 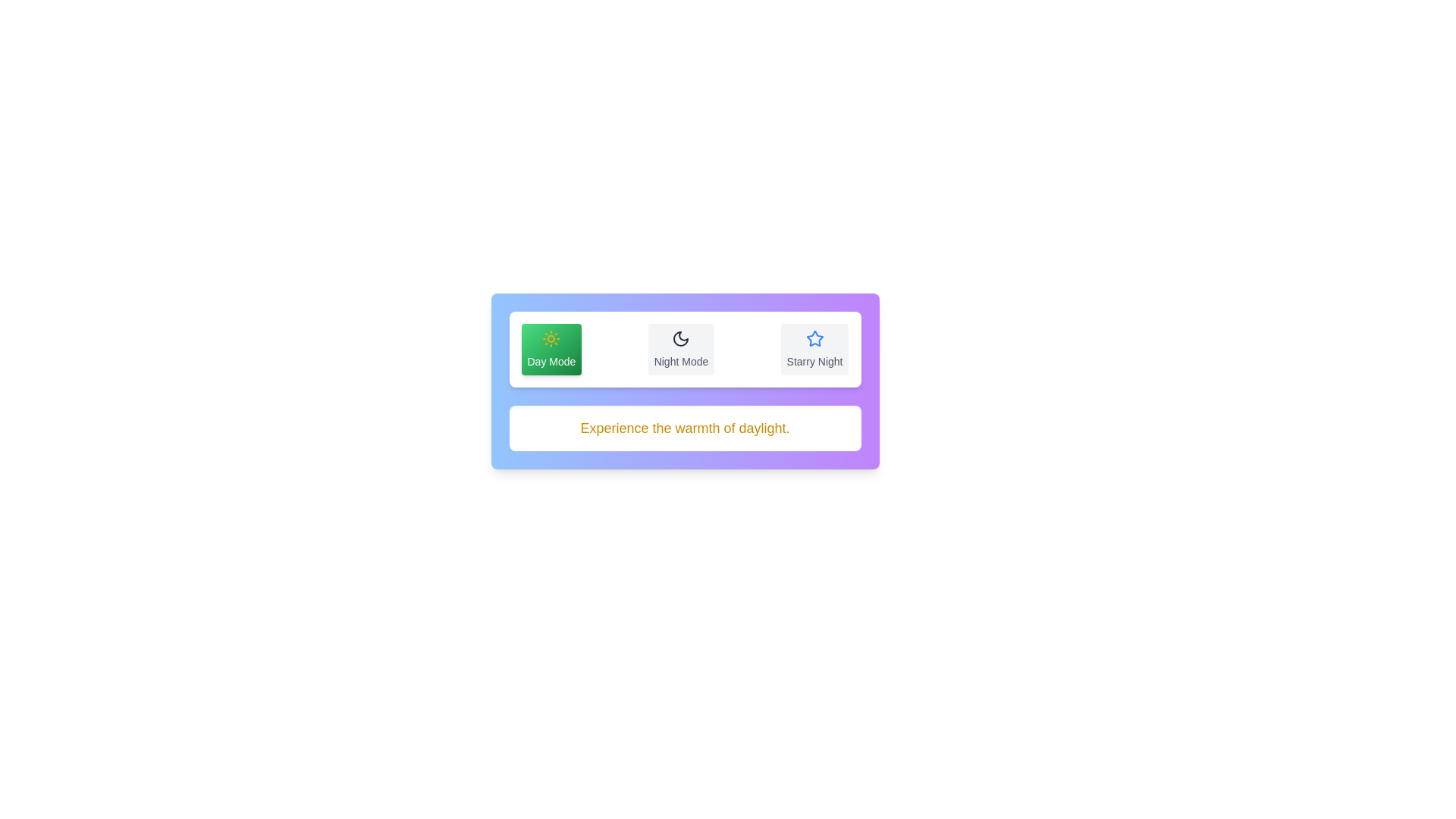 I want to click on the 'Starry Night' icon, which is located to the right of the 'Night Mode' section and above the 'Starry Night' label, so click(x=814, y=338).